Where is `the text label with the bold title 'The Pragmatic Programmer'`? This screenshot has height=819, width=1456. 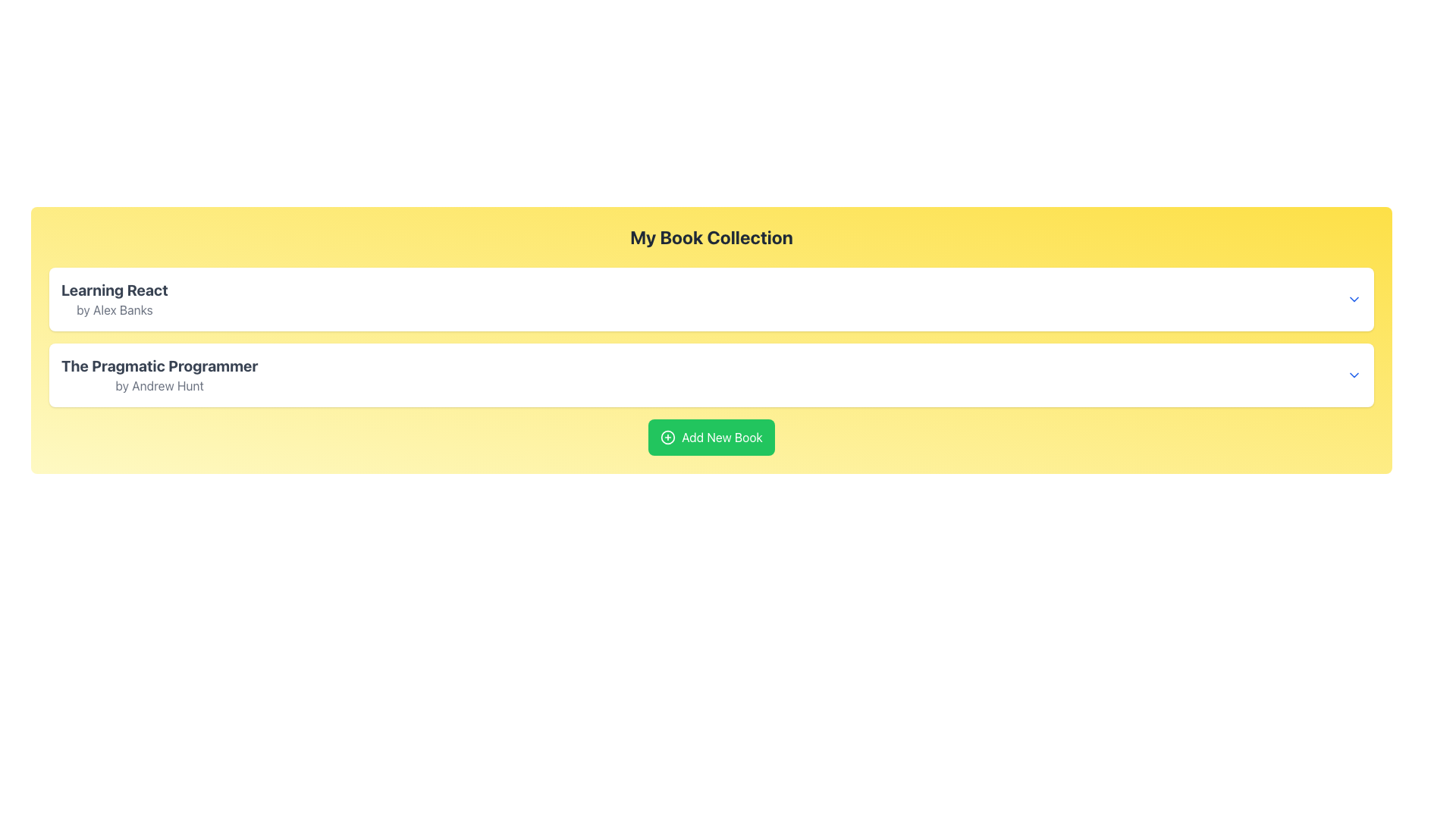 the text label with the bold title 'The Pragmatic Programmer' is located at coordinates (159, 375).